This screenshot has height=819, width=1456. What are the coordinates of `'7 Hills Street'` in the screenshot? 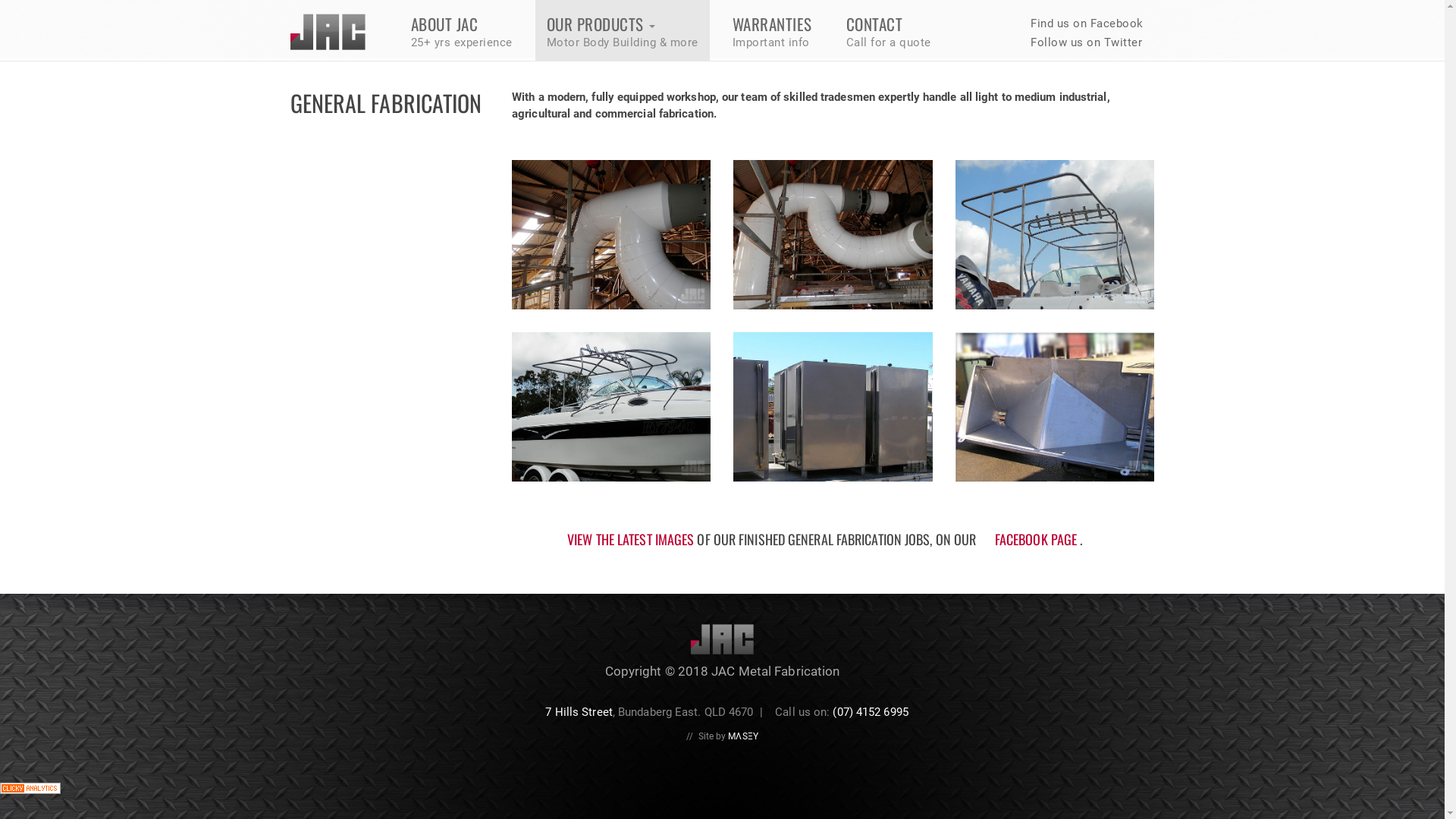 It's located at (578, 711).